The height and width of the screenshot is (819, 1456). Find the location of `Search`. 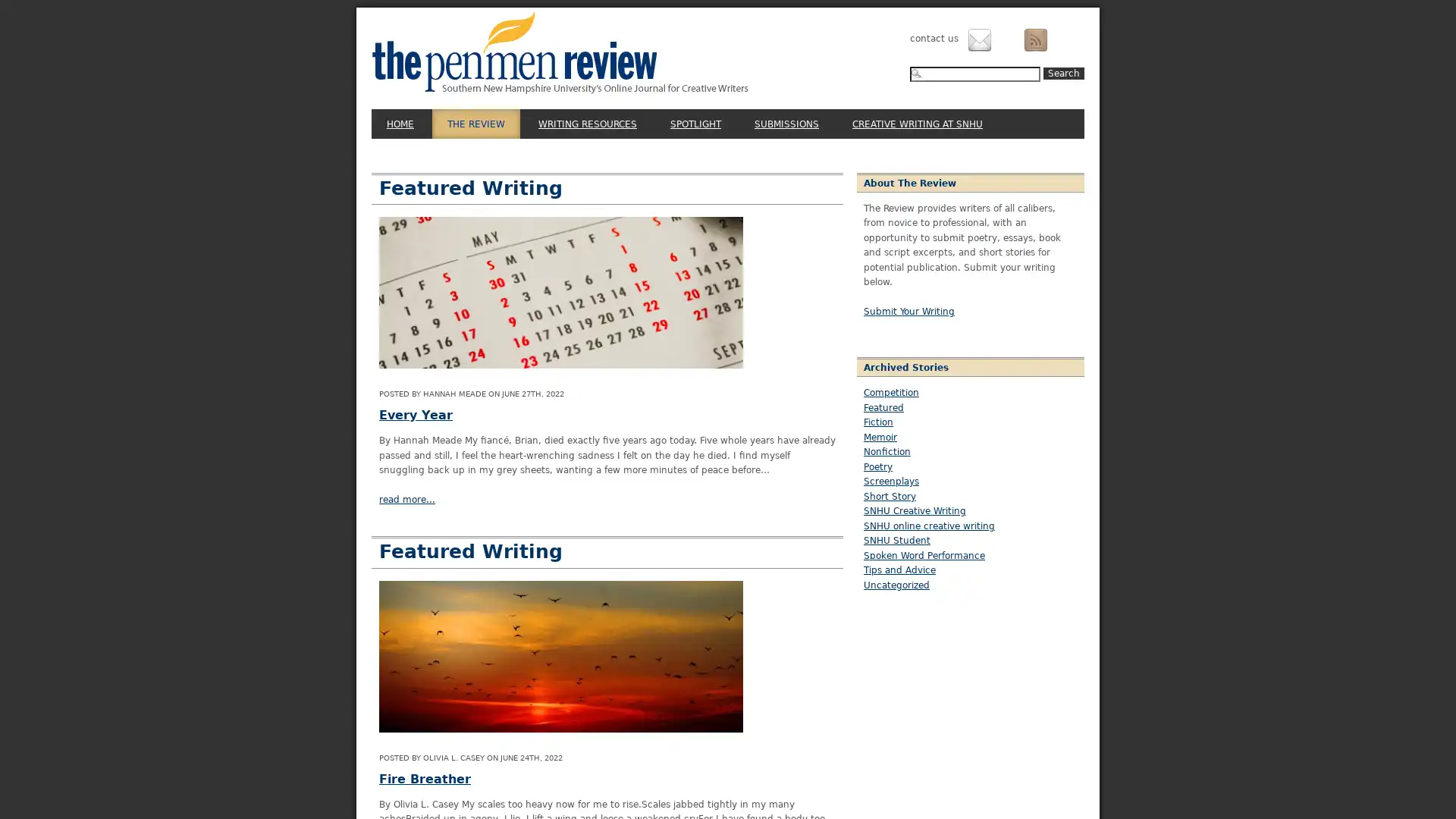

Search is located at coordinates (1062, 73).